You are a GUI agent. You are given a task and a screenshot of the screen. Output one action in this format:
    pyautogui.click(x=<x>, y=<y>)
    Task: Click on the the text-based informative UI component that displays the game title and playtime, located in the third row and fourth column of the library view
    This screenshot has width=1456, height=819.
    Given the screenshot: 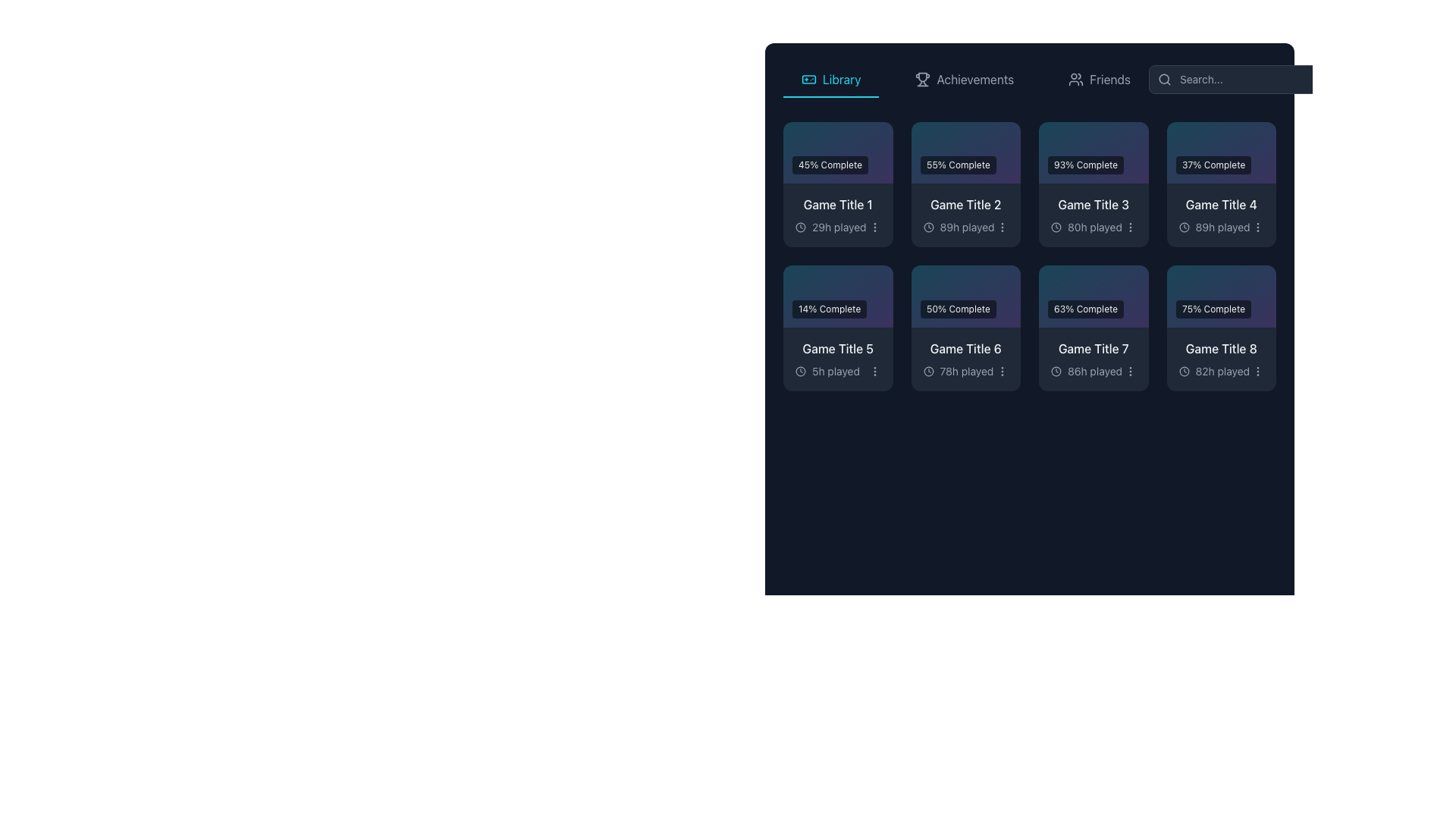 What is the action you would take?
    pyautogui.click(x=965, y=359)
    